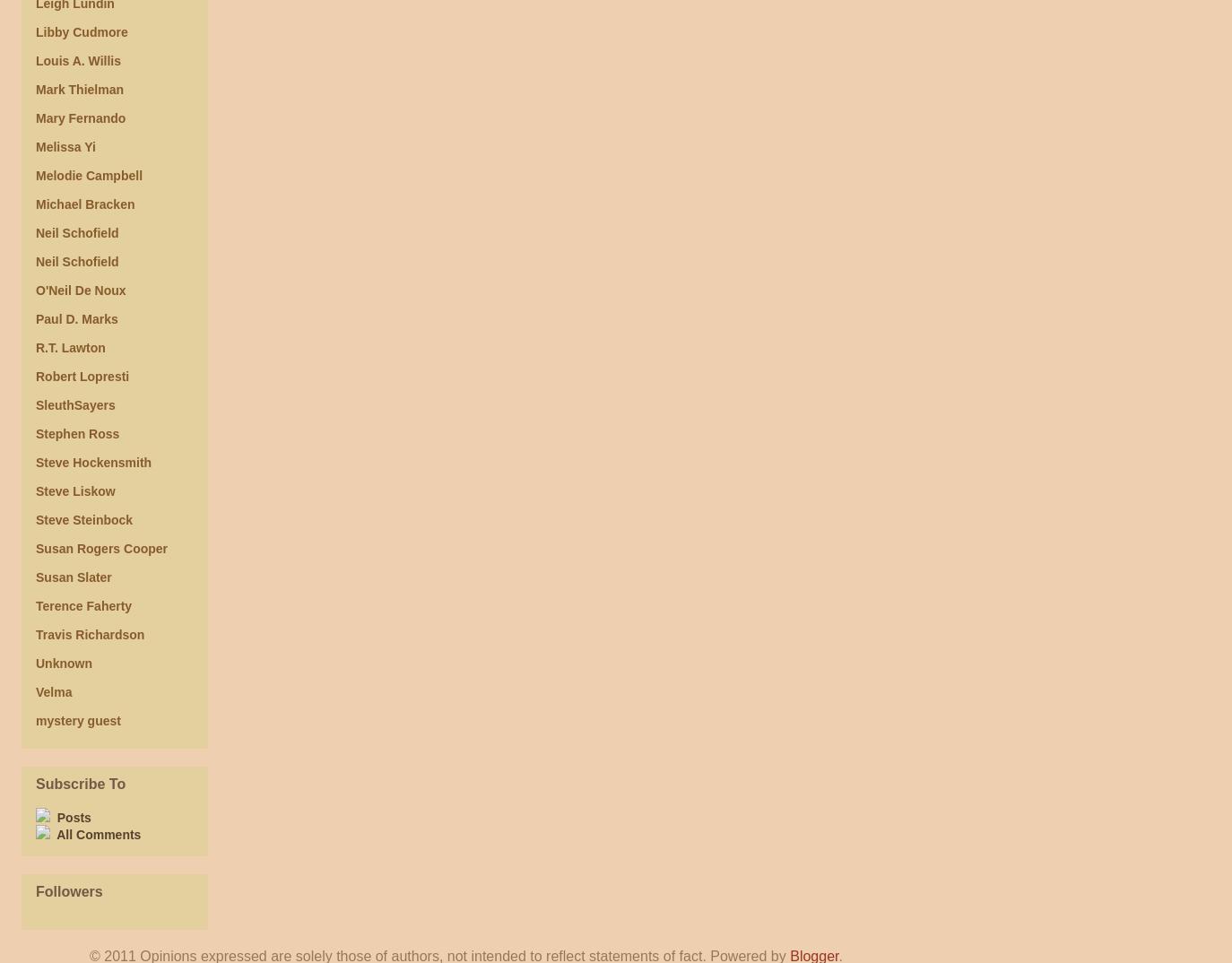 The image size is (1232, 963). Describe the element at coordinates (64, 146) in the screenshot. I see `'Melissa Yi'` at that location.